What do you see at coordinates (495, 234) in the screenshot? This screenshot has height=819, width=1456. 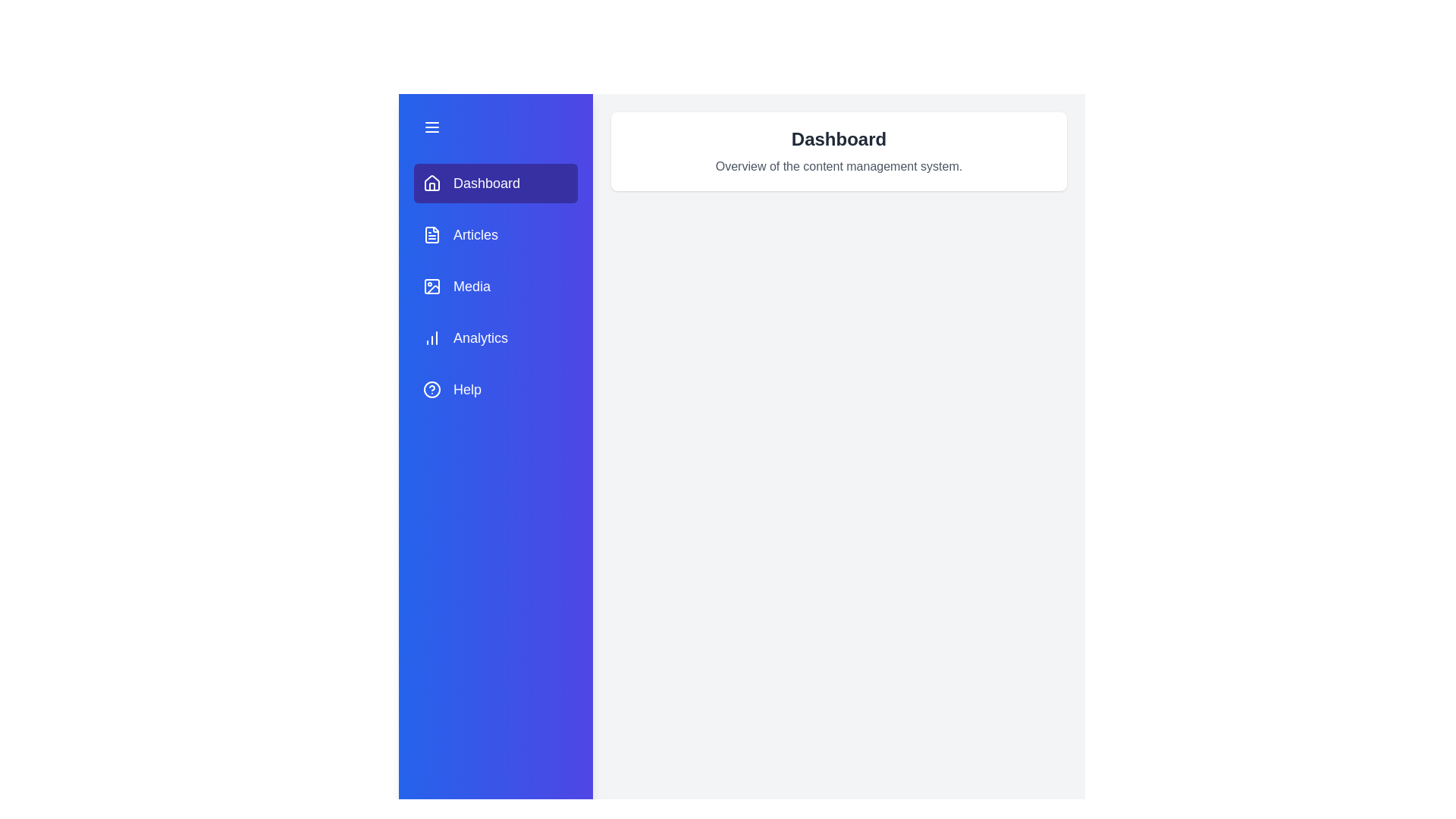 I see `the tab labeled Articles to change the active section` at bounding box center [495, 234].